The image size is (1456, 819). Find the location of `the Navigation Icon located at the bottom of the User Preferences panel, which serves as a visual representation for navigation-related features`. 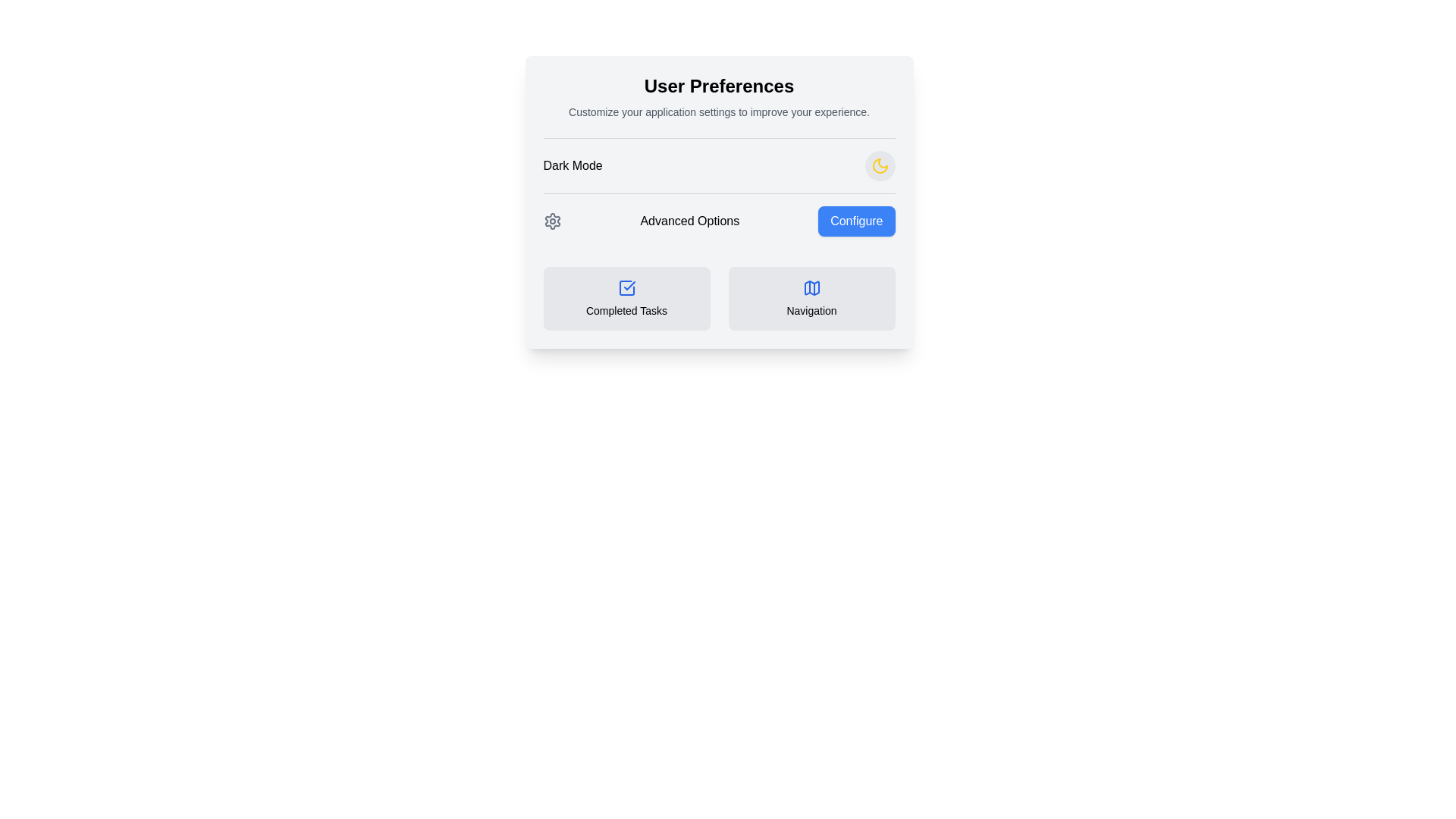

the Navigation Icon located at the bottom of the User Preferences panel, which serves as a visual representation for navigation-related features is located at coordinates (811, 288).